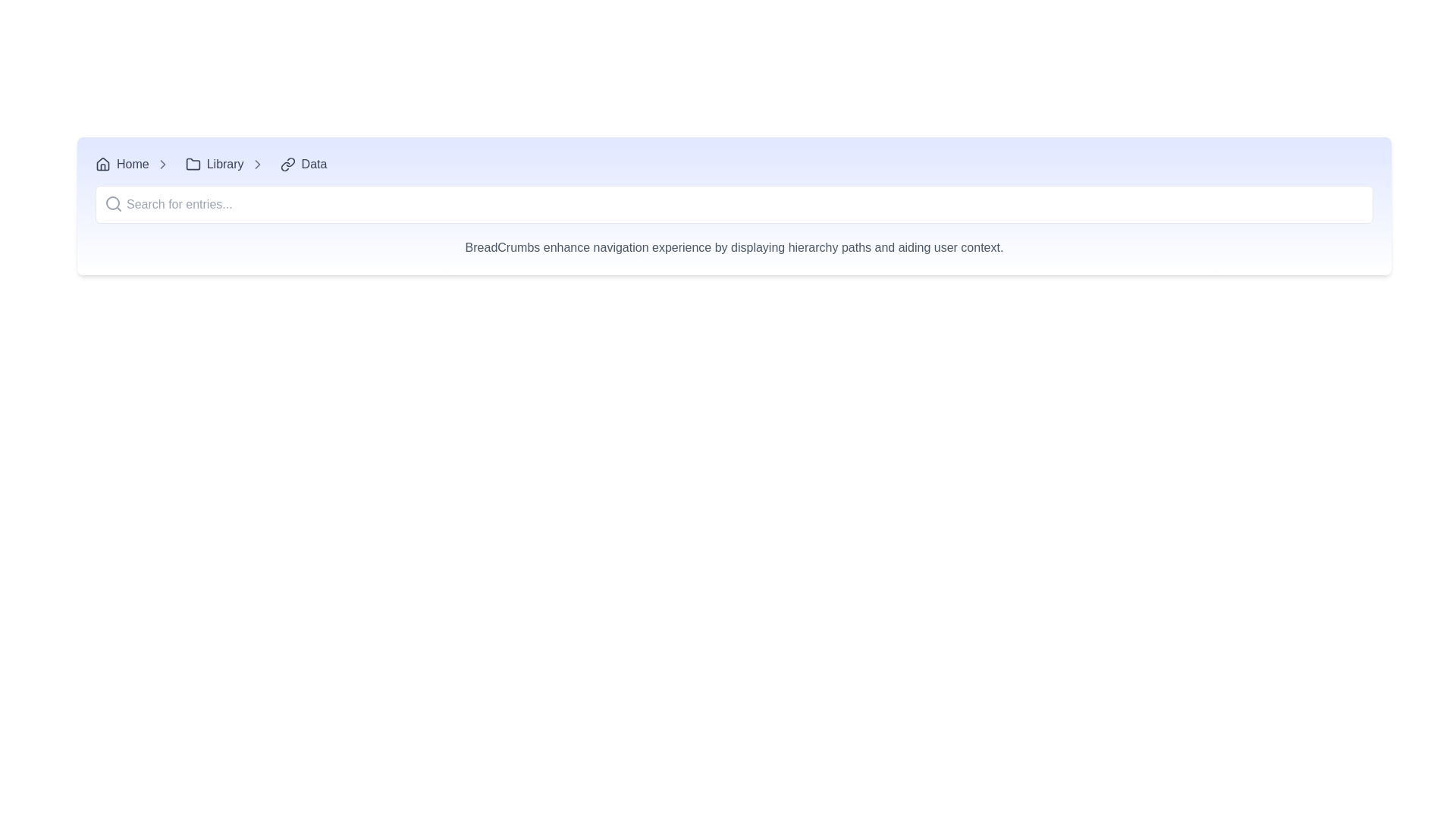 This screenshot has width=1456, height=819. Describe the element at coordinates (214, 164) in the screenshot. I see `the 'Library' breadcrumb navigation link, which is styled in gray and changes to indigo upon hover, for additional context menu options` at that location.